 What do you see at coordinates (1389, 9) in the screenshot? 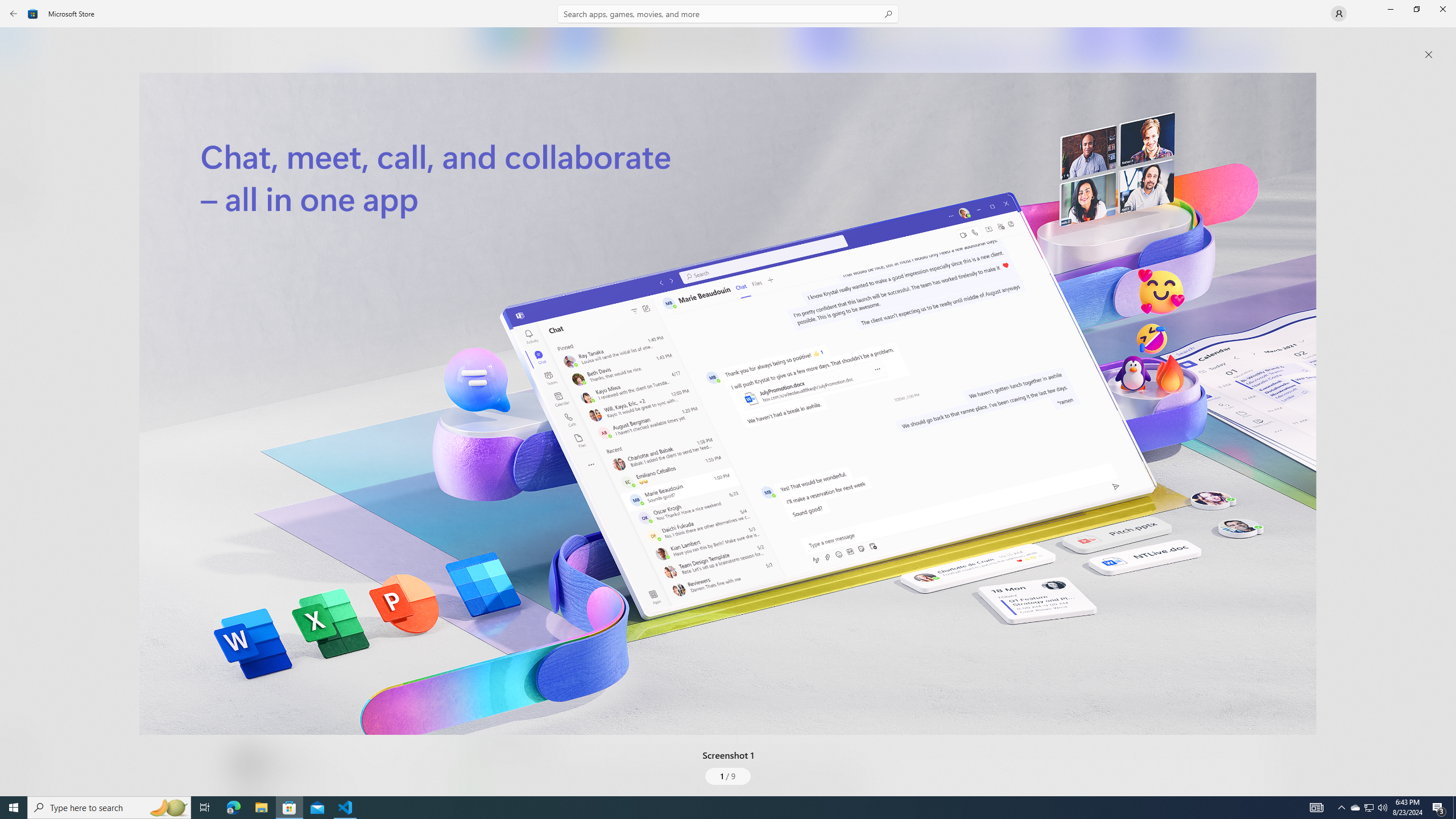
I see `'Minimize Microsoft Store'` at bounding box center [1389, 9].